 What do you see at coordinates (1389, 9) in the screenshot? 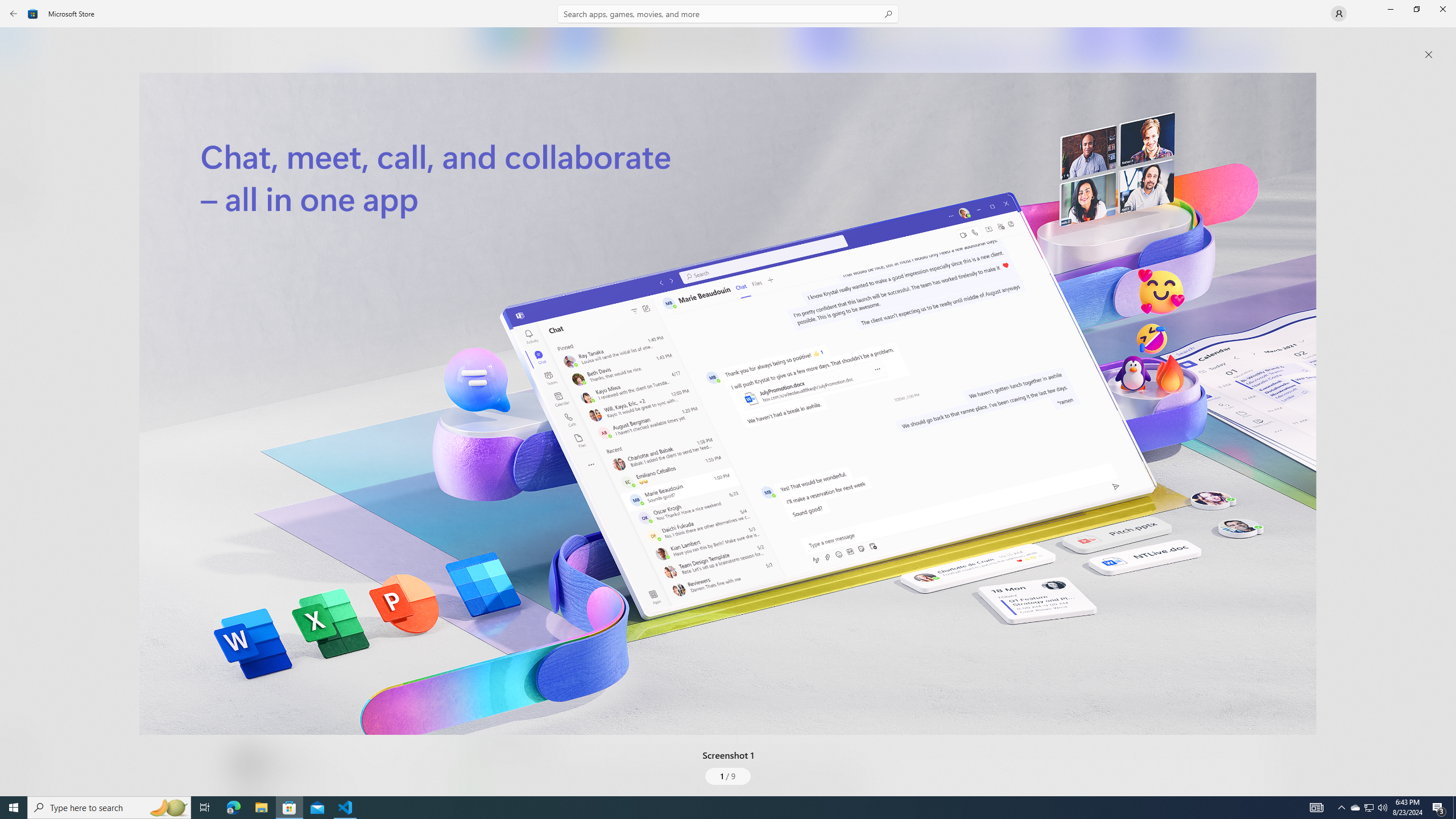
I see `'Minimize Microsoft Store'` at bounding box center [1389, 9].